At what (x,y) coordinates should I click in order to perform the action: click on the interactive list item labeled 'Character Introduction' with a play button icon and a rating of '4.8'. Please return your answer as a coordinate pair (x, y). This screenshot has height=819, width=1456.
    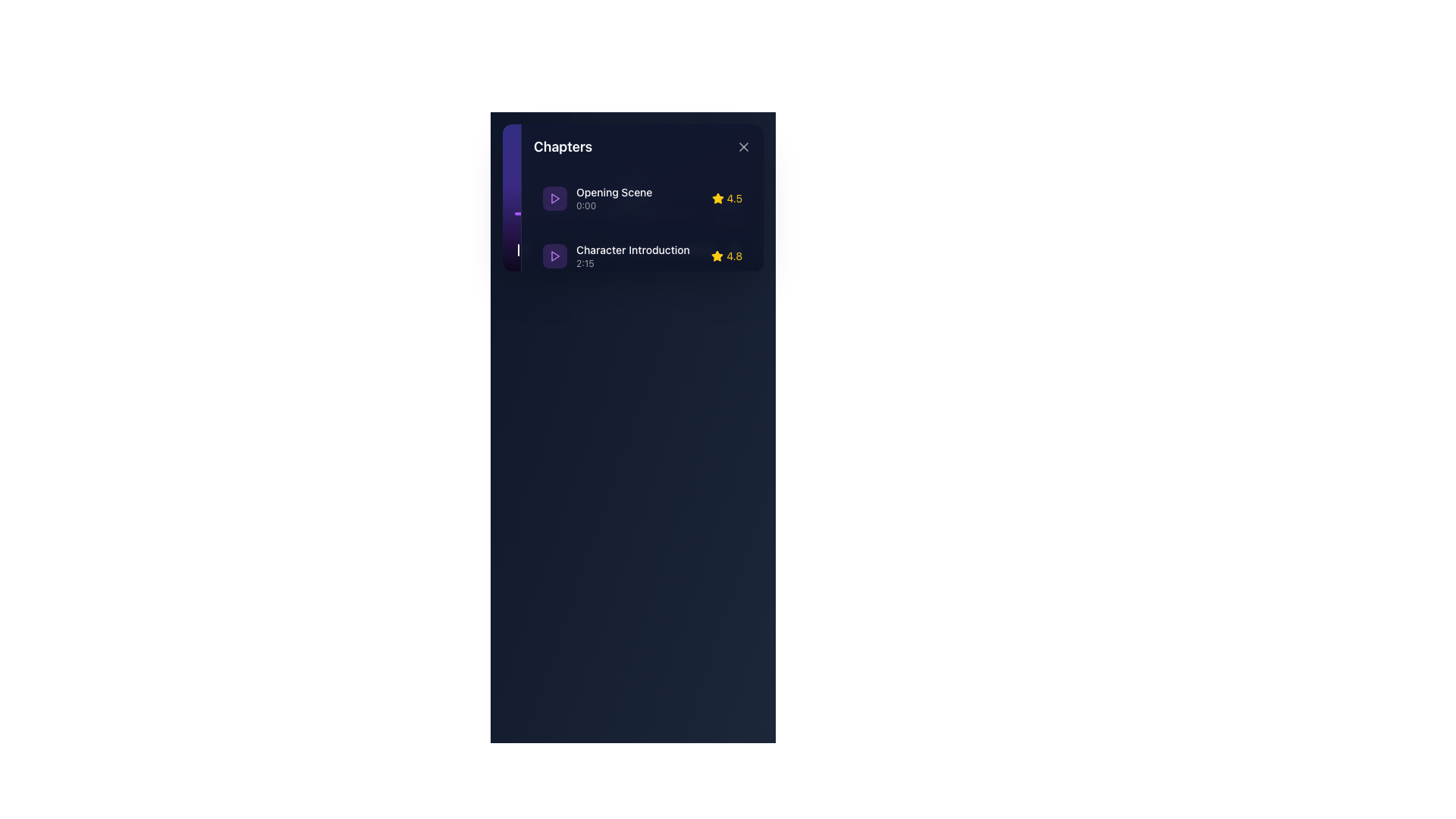
    Looking at the image, I should click on (642, 256).